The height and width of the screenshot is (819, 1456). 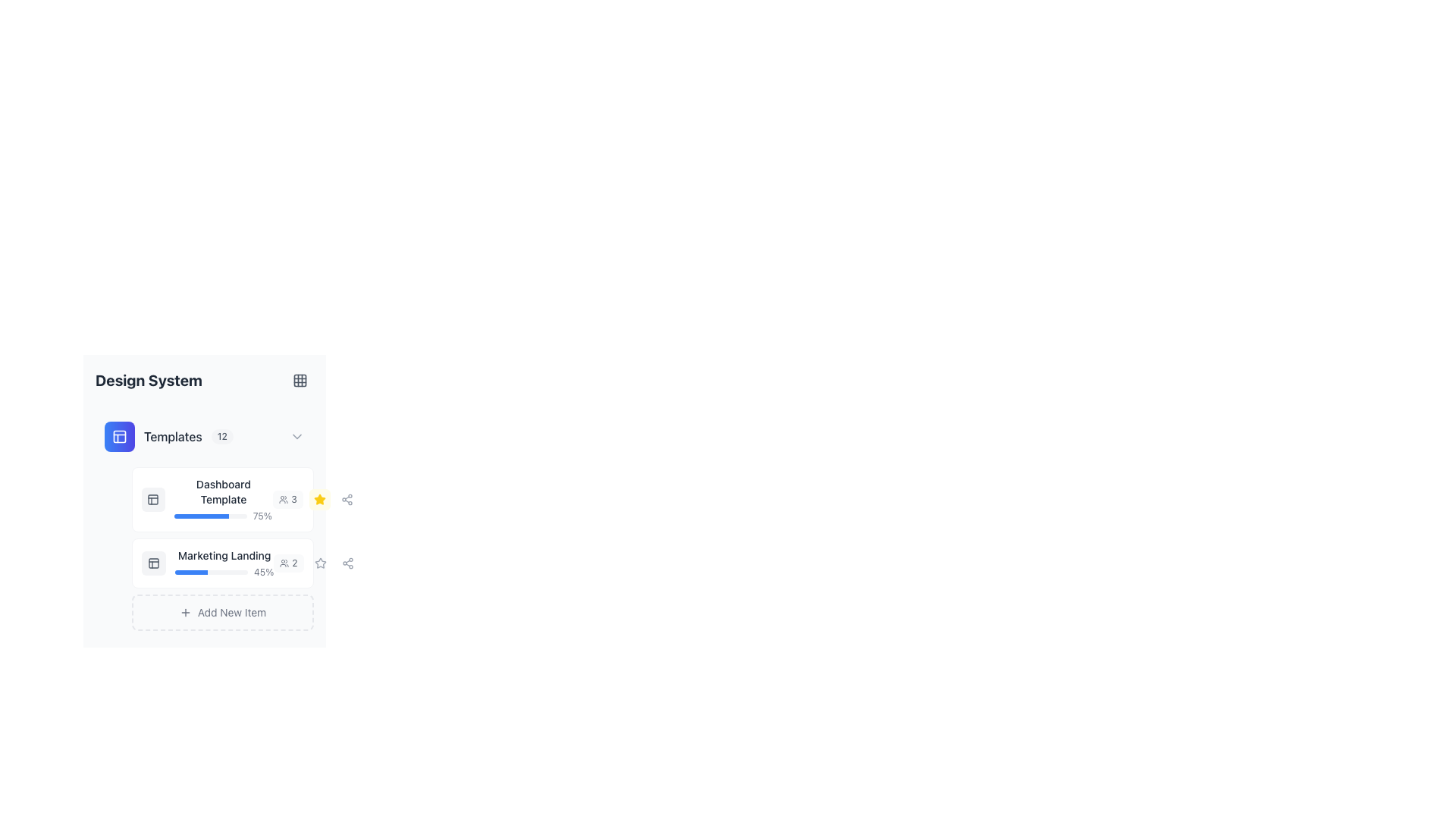 I want to click on the second card, so click(x=221, y=563).